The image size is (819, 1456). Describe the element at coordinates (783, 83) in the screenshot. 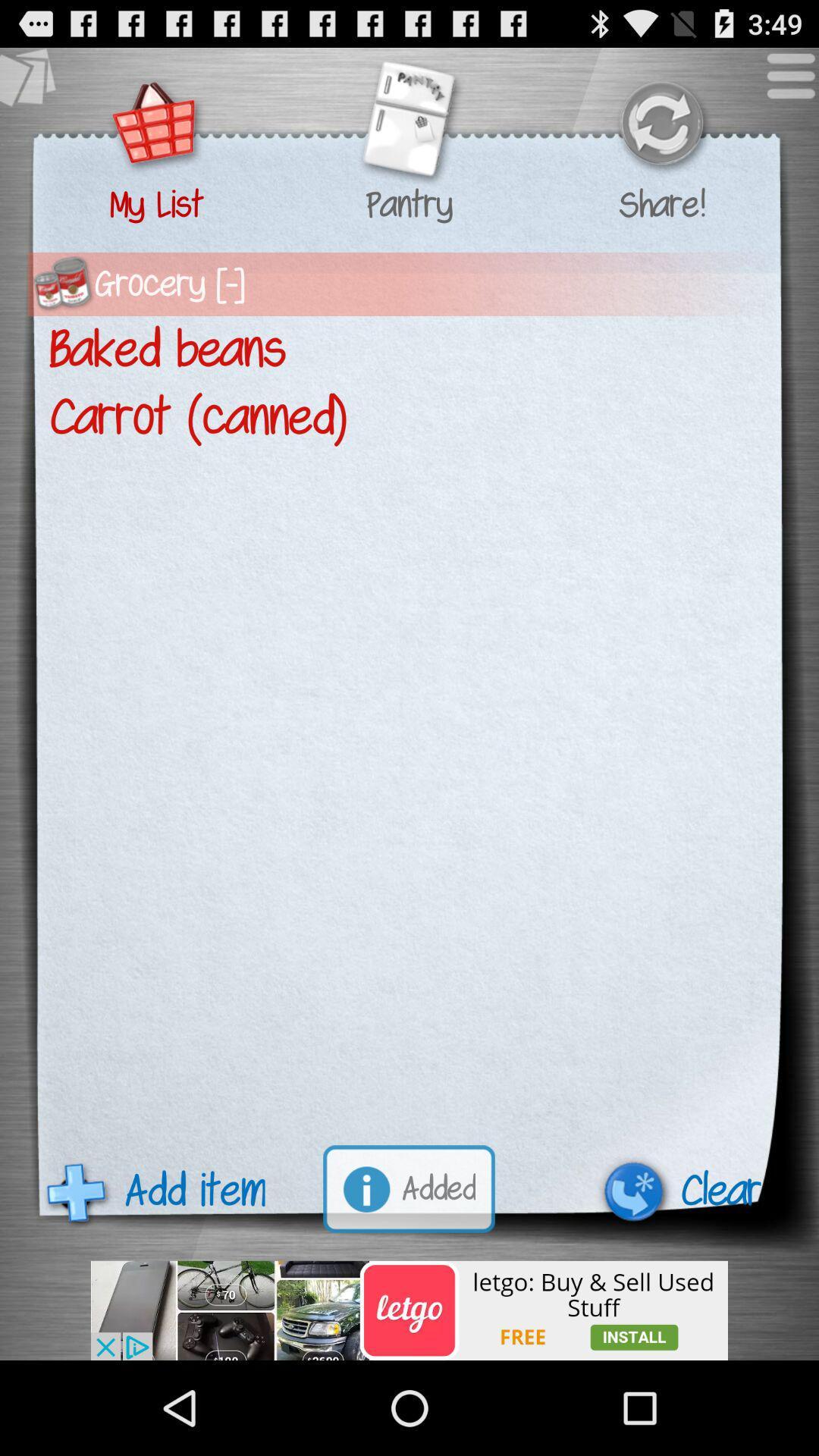

I see `menu page` at that location.